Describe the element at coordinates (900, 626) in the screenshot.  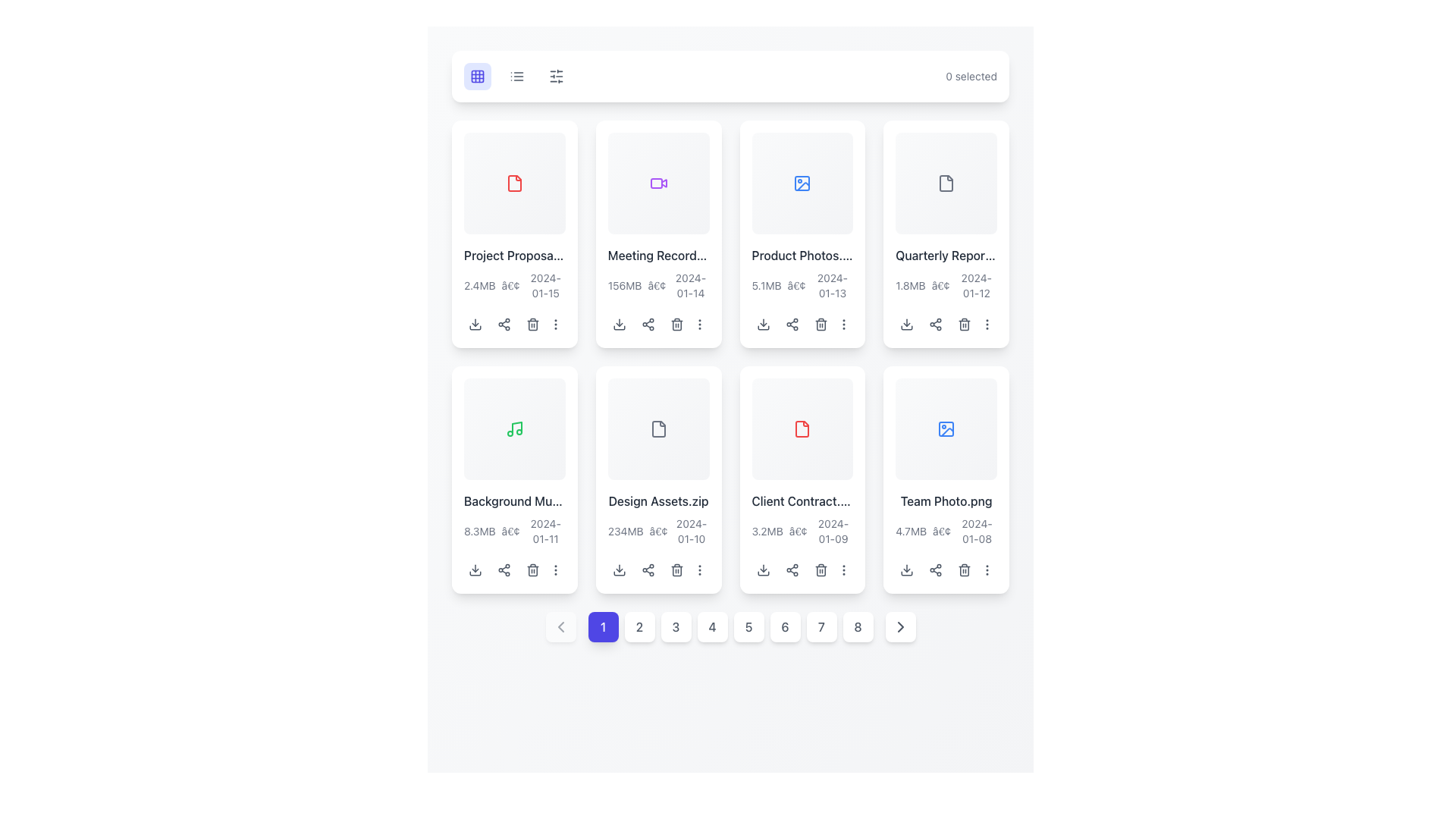
I see `the rightward-pointing chevron icon in the pagination navigation bar` at that location.